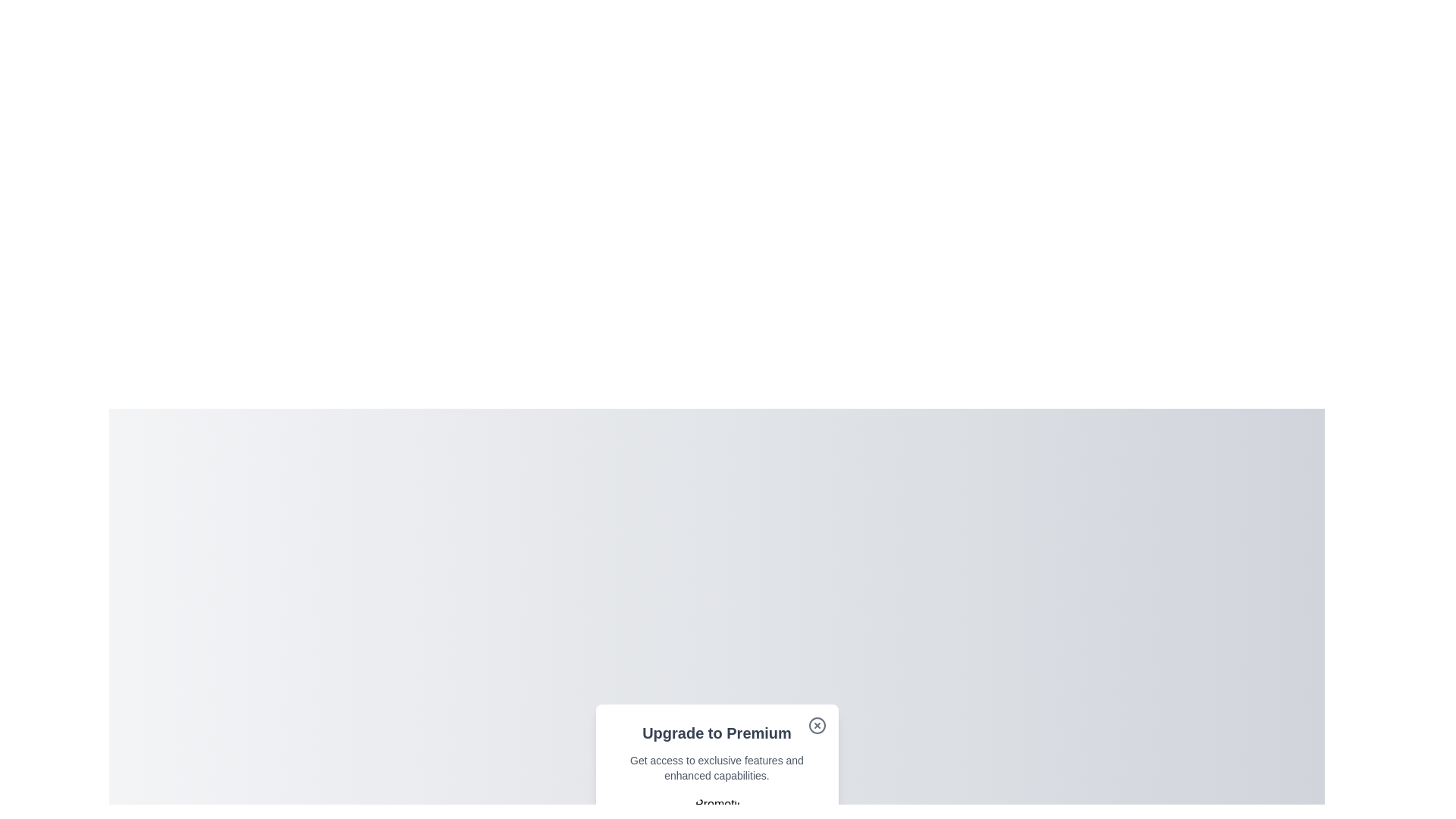 This screenshot has width=1456, height=819. I want to click on 'X' button at the top-right corner of the dialog to close it, so click(816, 724).